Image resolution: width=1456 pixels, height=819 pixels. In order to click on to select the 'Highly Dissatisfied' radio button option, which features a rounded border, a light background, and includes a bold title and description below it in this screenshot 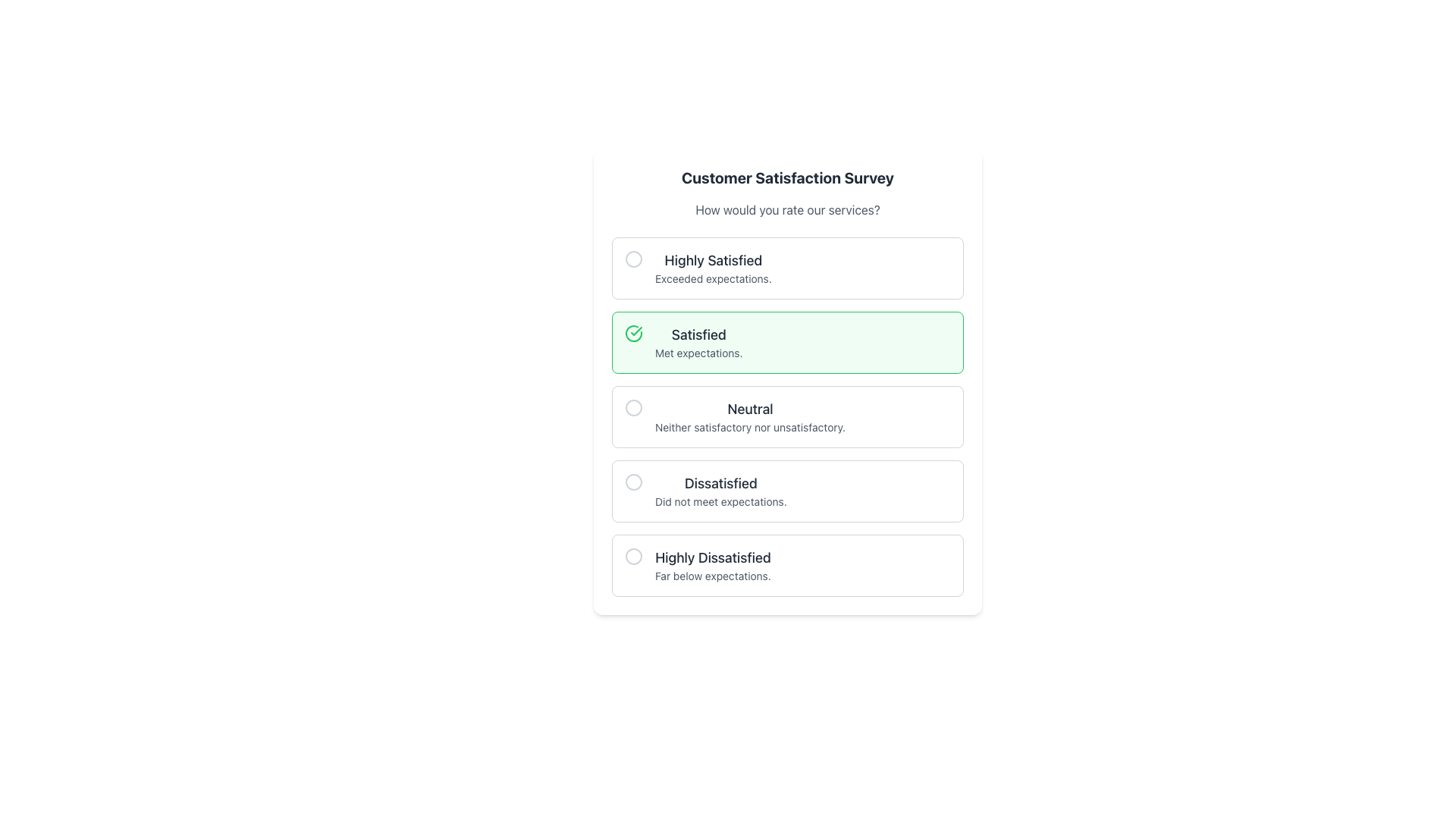, I will do `click(787, 565)`.